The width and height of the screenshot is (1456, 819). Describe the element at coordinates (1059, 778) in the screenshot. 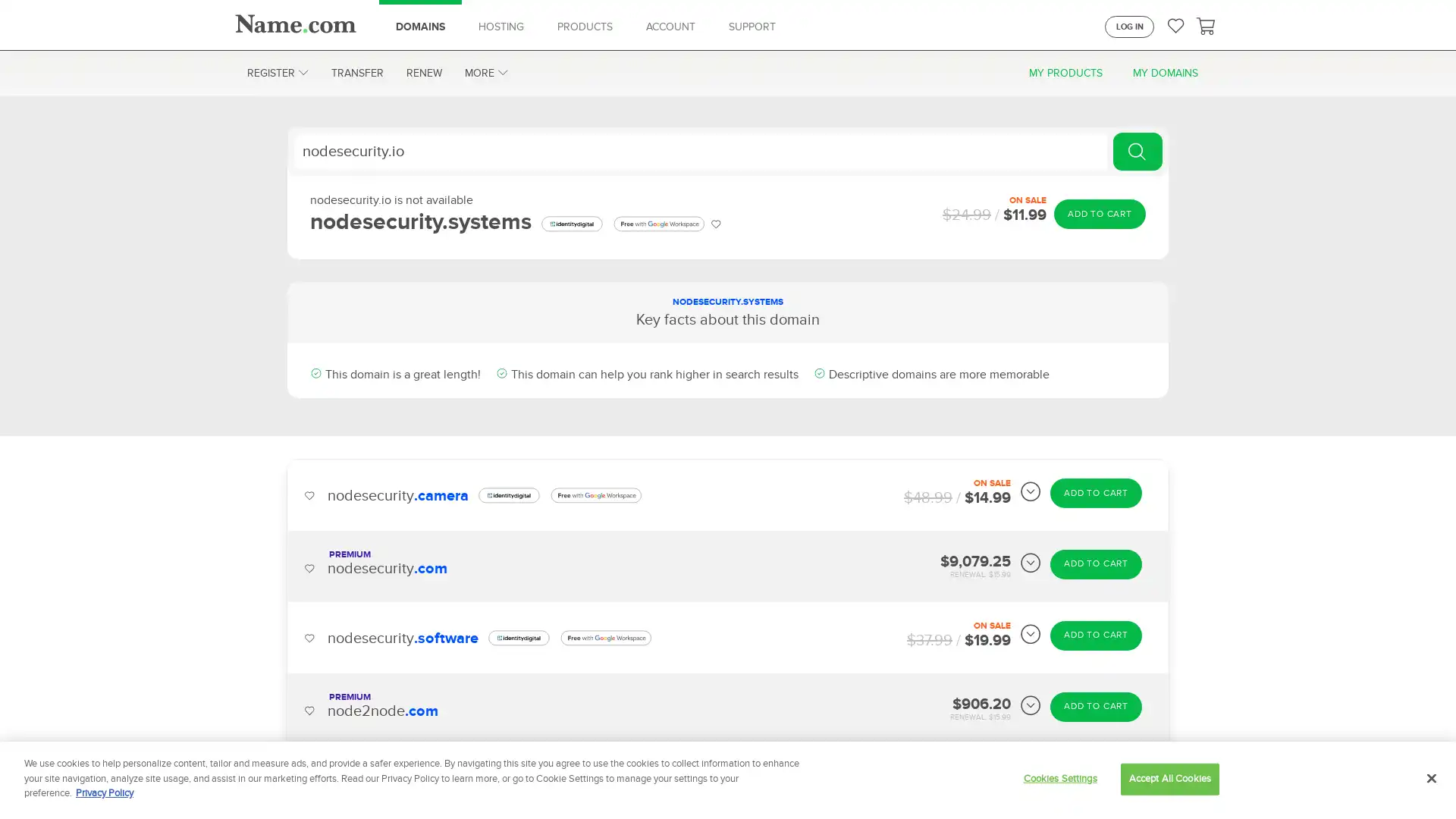

I see `Cookies Settings` at that location.